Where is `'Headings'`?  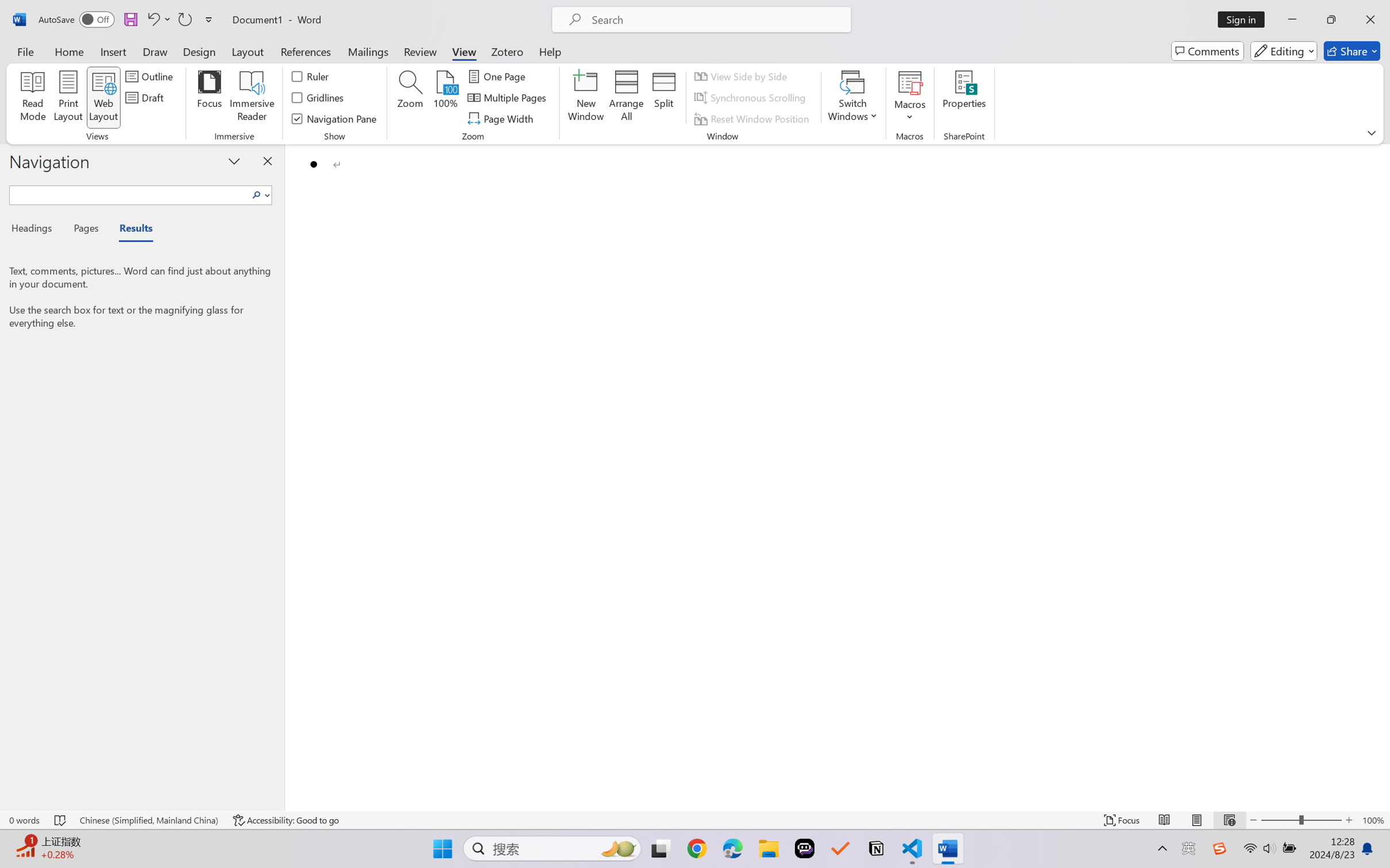
'Headings' is located at coordinates (35, 230).